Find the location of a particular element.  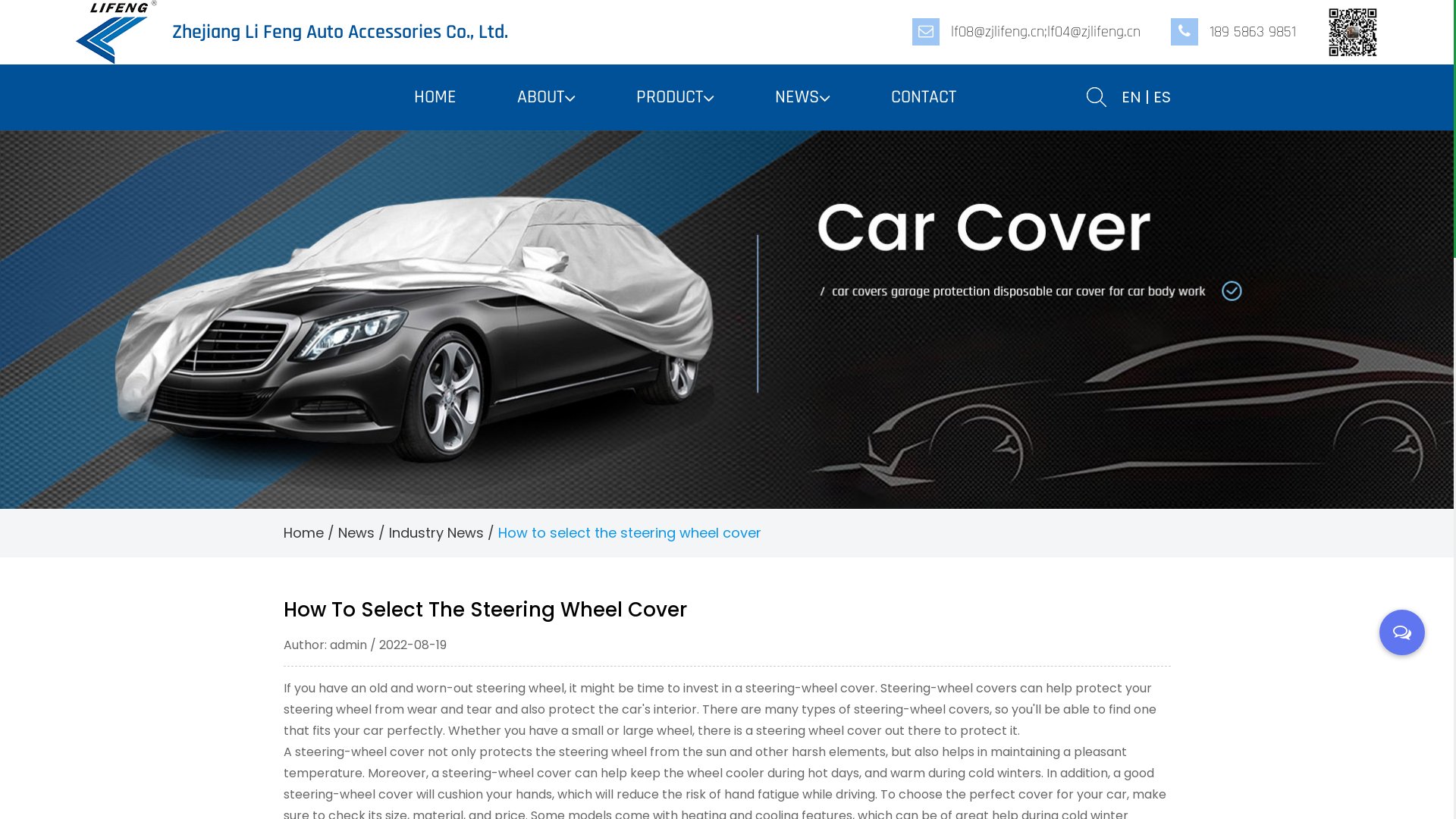

'Industry News' is located at coordinates (435, 532).